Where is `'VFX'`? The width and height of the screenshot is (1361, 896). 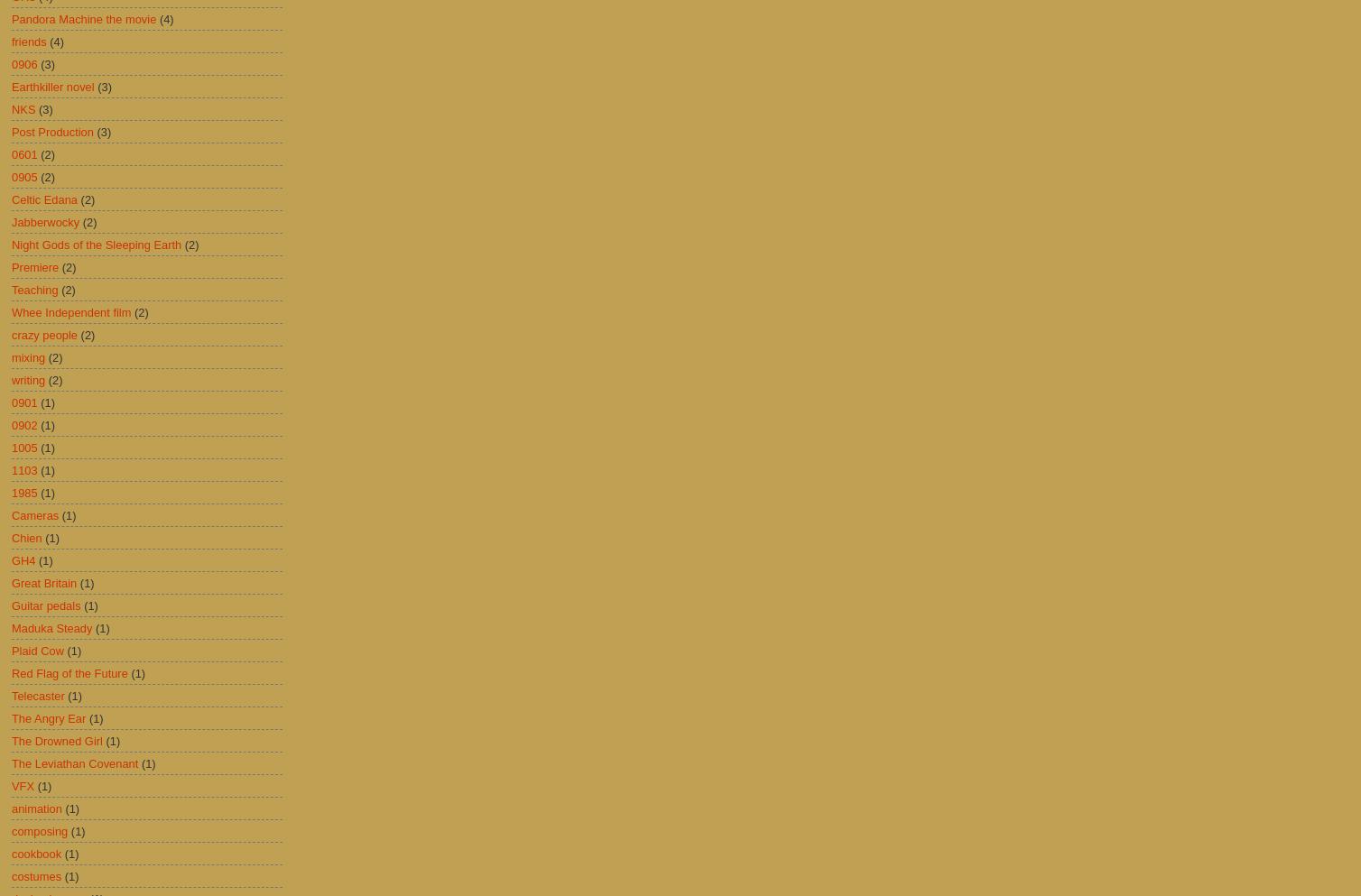 'VFX' is located at coordinates (11, 784).